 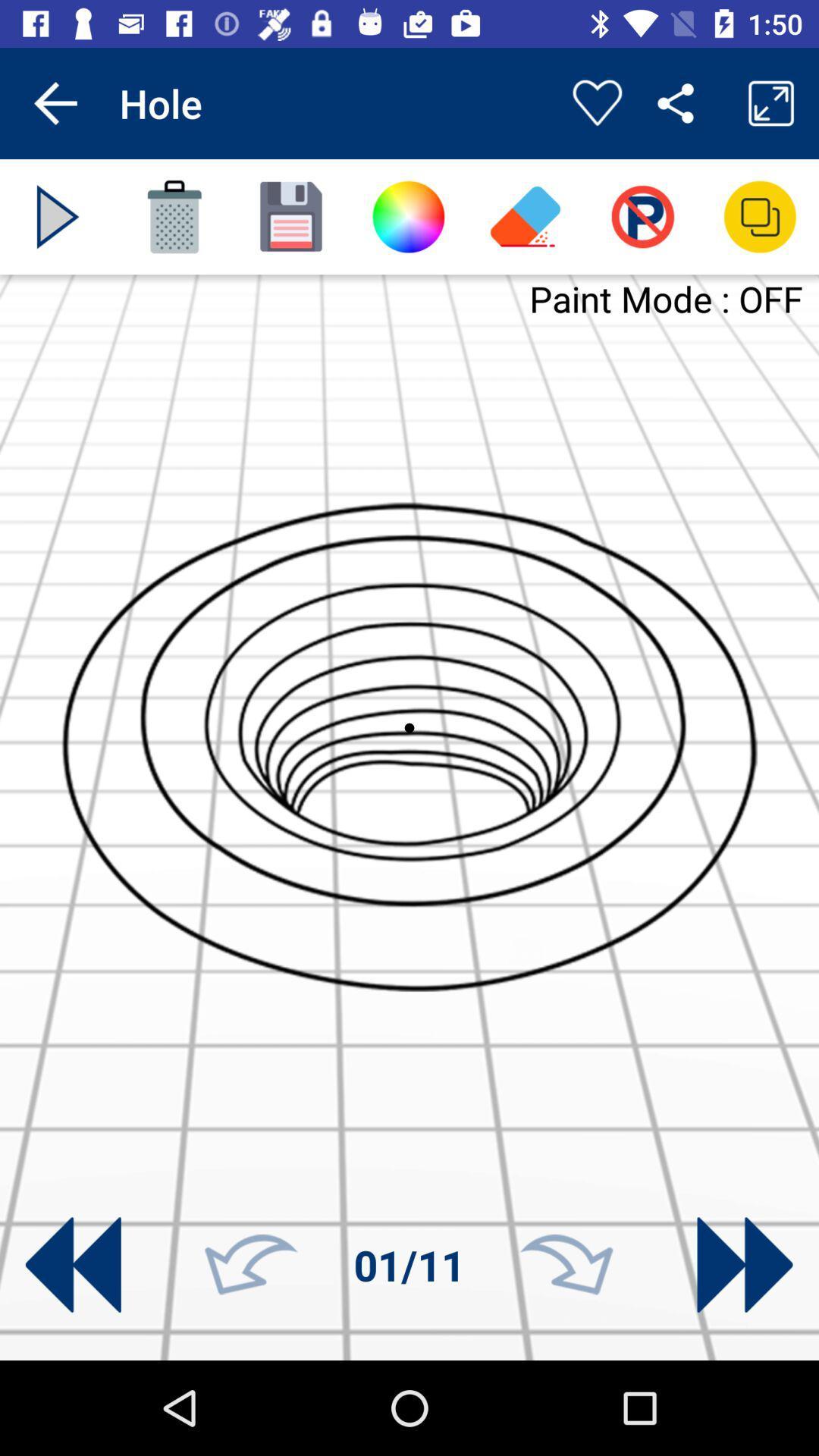 What do you see at coordinates (596, 102) in the screenshot?
I see `to favourites` at bounding box center [596, 102].